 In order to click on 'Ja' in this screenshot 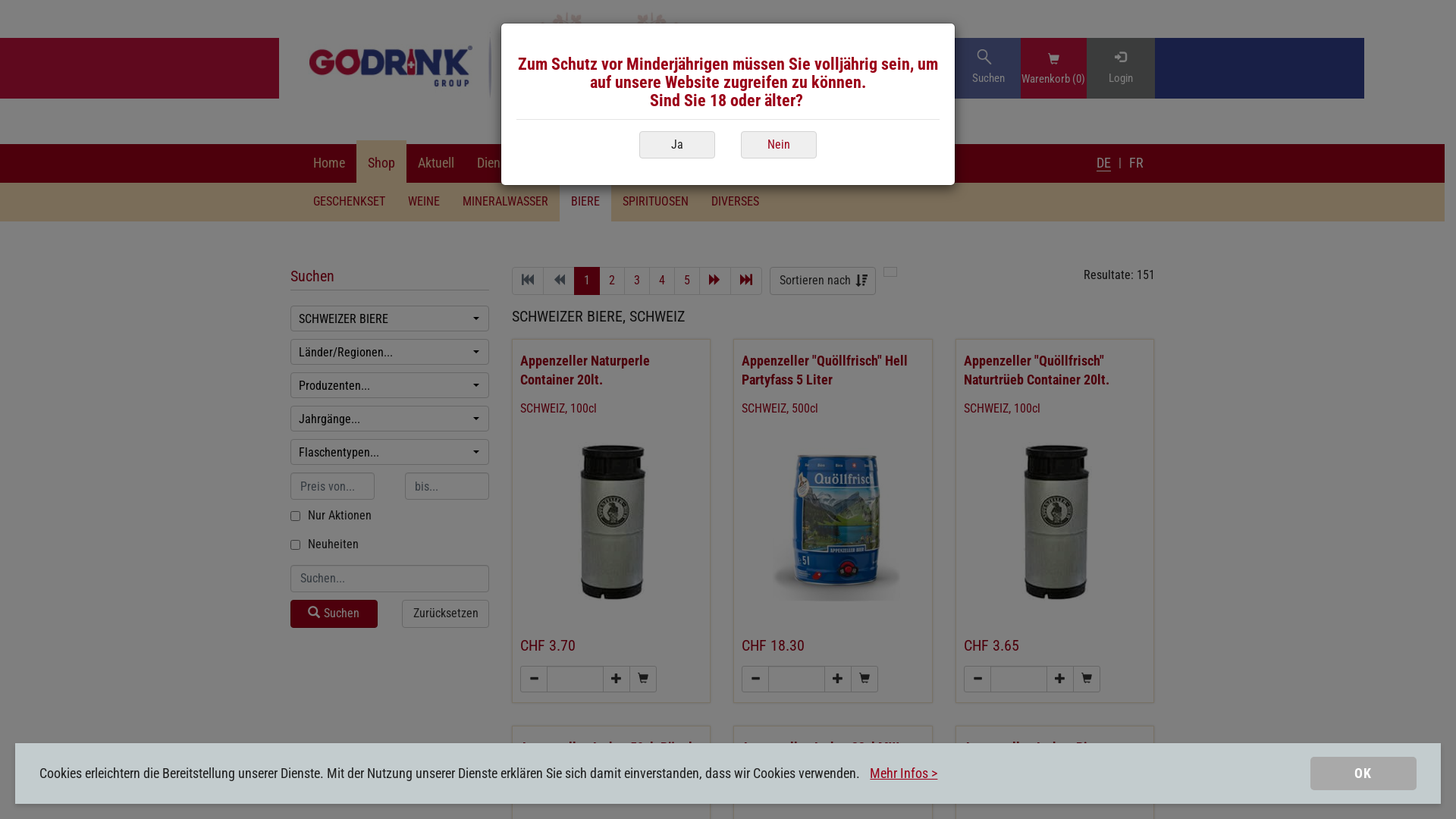, I will do `click(676, 145)`.